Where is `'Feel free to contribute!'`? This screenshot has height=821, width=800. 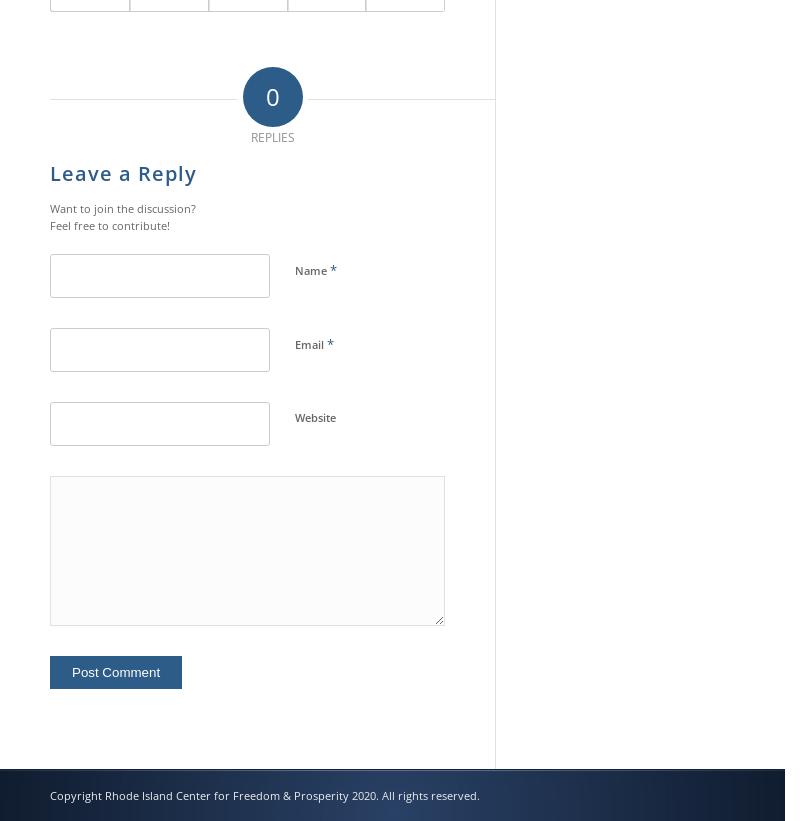
'Feel free to contribute!' is located at coordinates (49, 223).